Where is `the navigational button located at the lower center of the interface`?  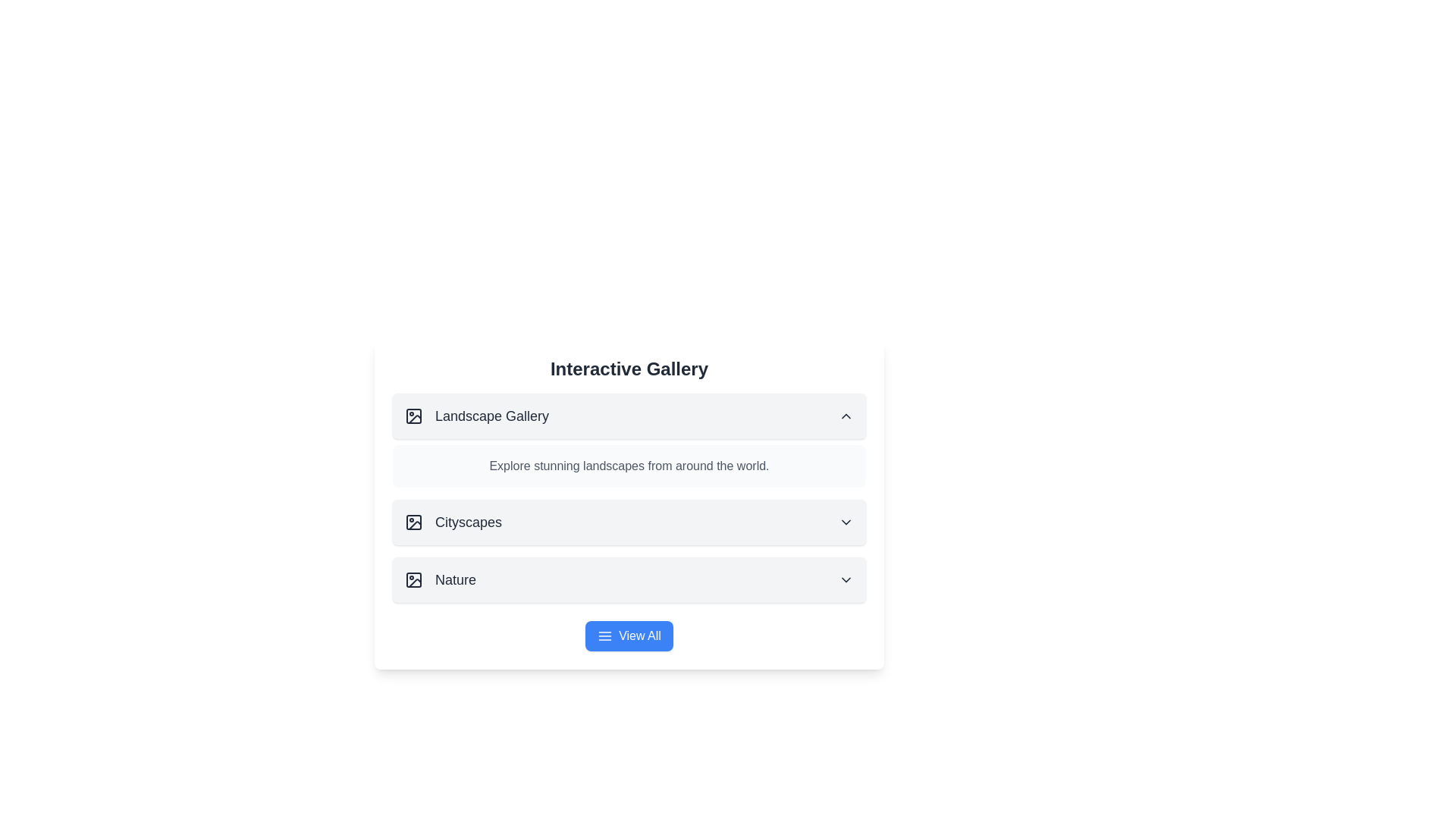
the navigational button located at the lower center of the interface is located at coordinates (629, 636).